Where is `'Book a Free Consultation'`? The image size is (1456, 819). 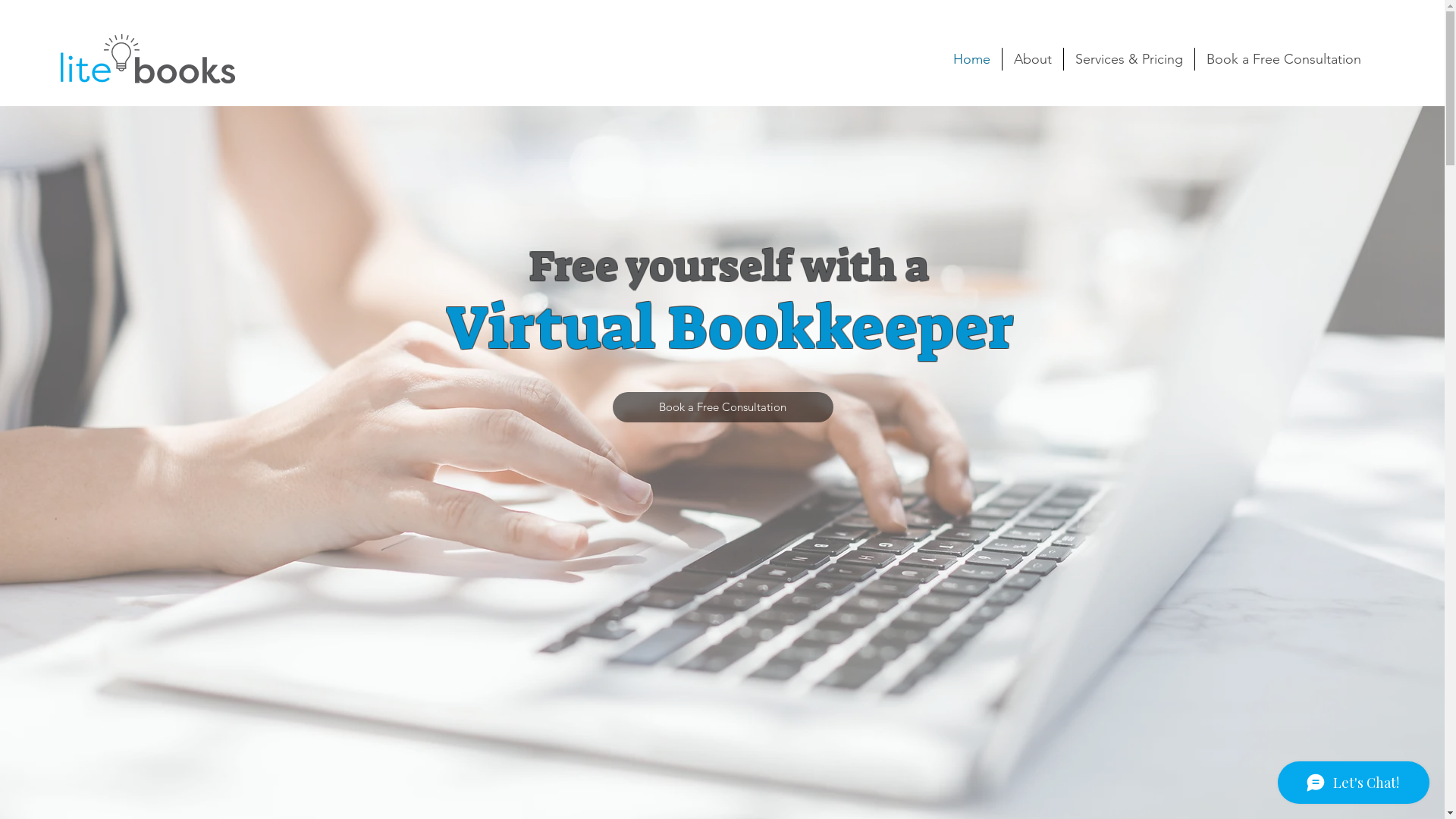 'Book a Free Consultation' is located at coordinates (1283, 58).